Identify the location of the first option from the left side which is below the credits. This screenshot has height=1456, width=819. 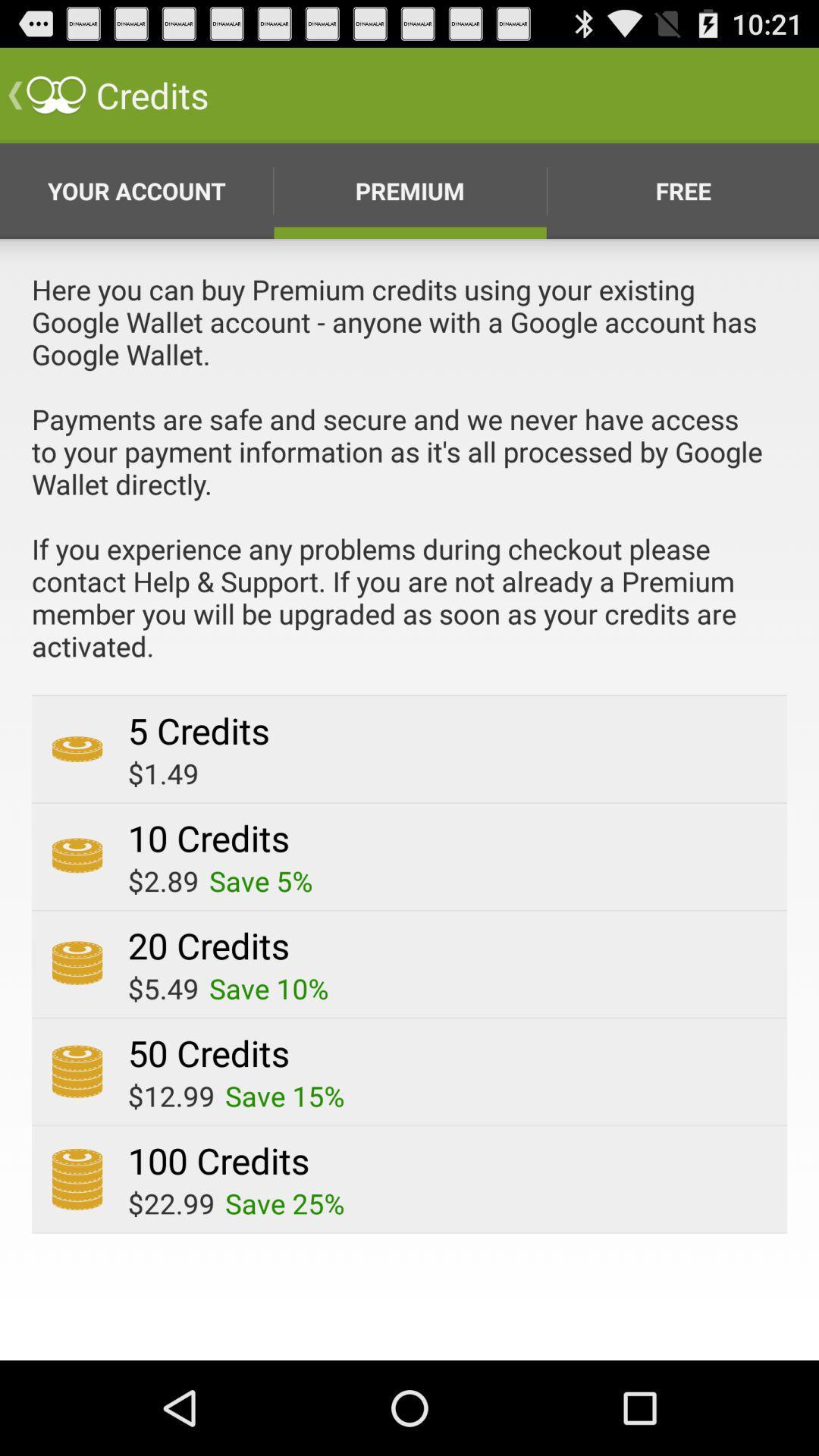
(137, 190).